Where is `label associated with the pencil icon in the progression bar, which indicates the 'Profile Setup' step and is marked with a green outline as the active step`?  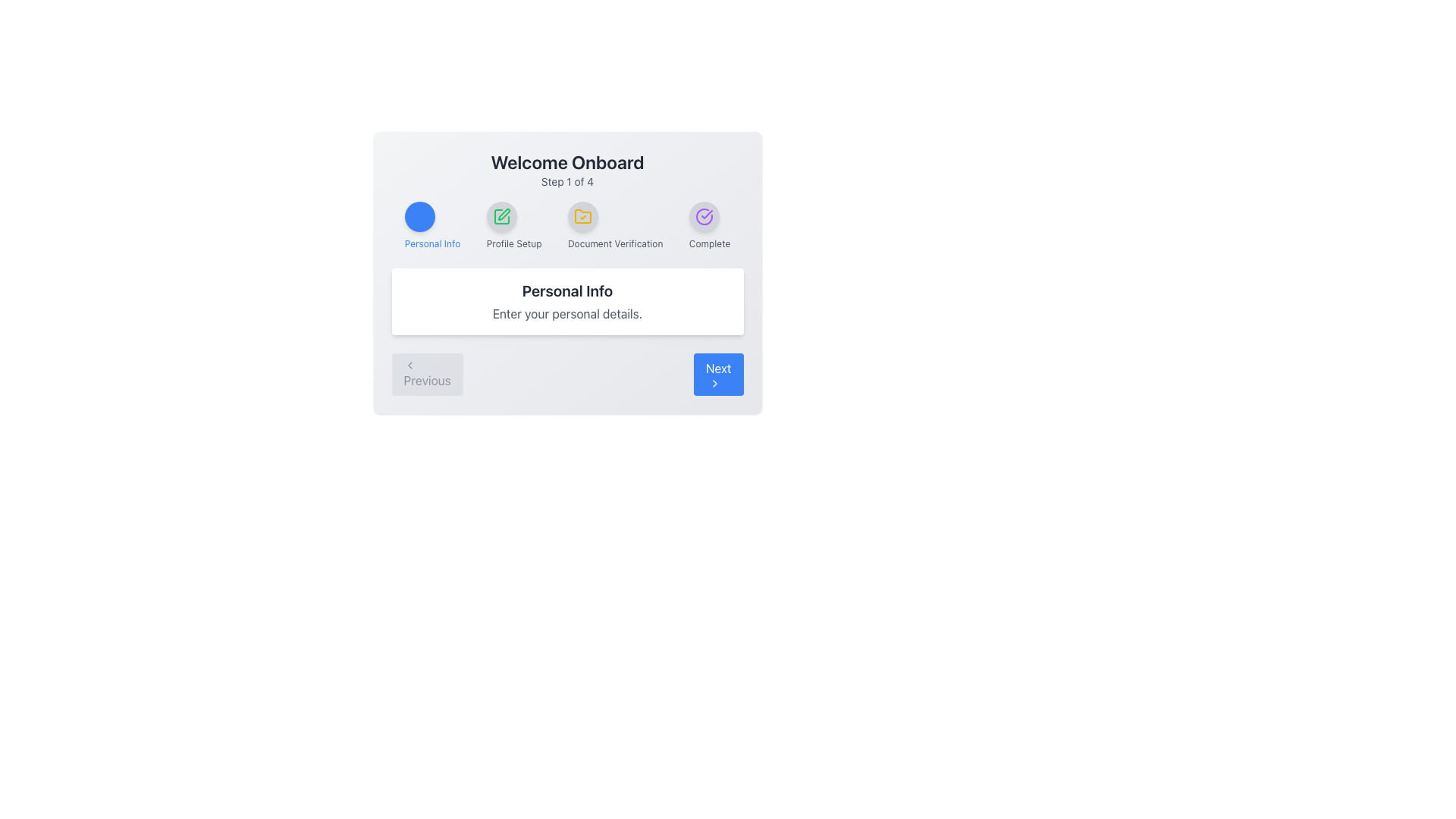
label associated with the pencil icon in the progression bar, which indicates the 'Profile Setup' step and is marked with a green outline as the active step is located at coordinates (501, 216).